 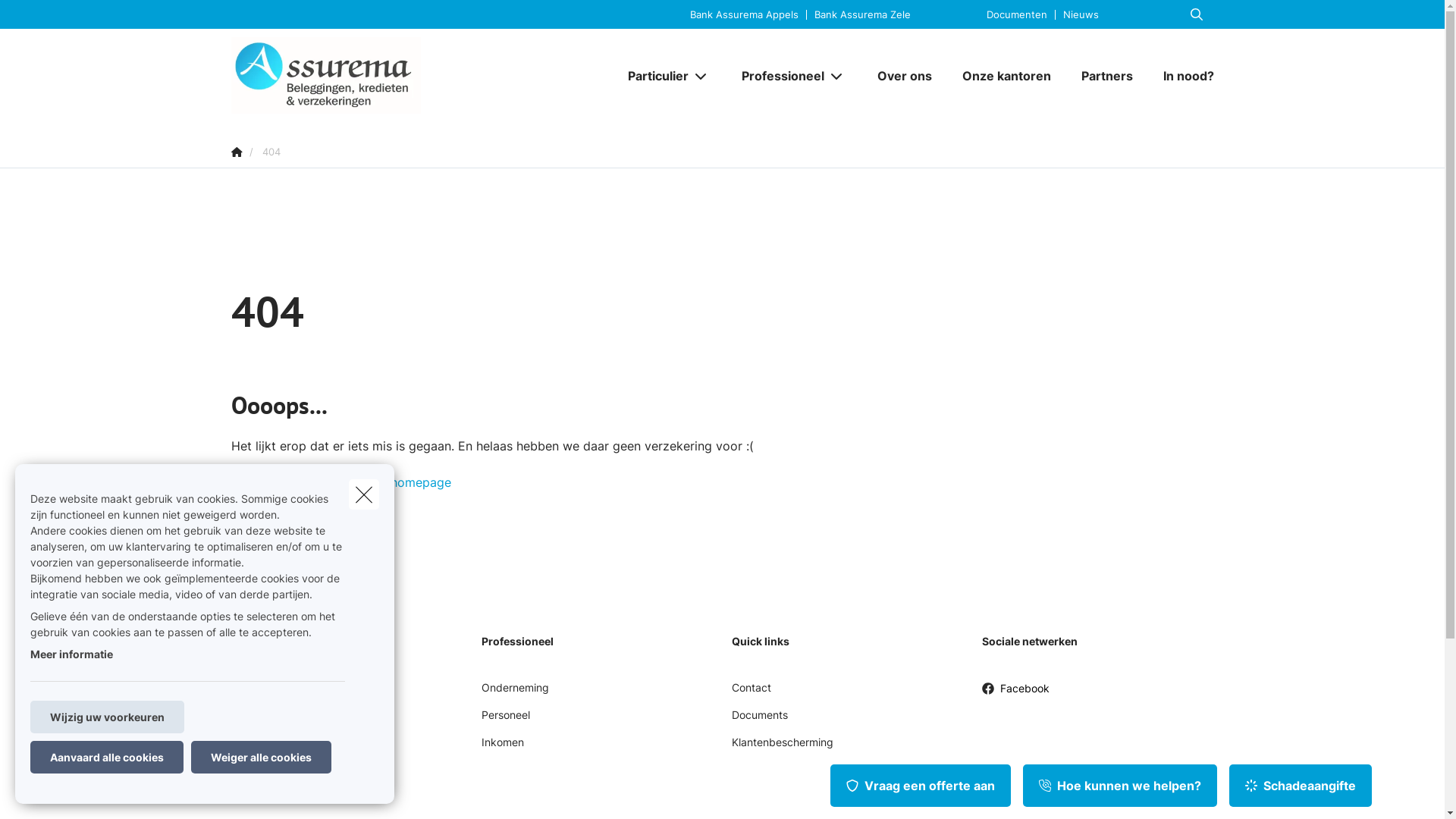 I want to click on 'Contact', so click(x=750, y=693).